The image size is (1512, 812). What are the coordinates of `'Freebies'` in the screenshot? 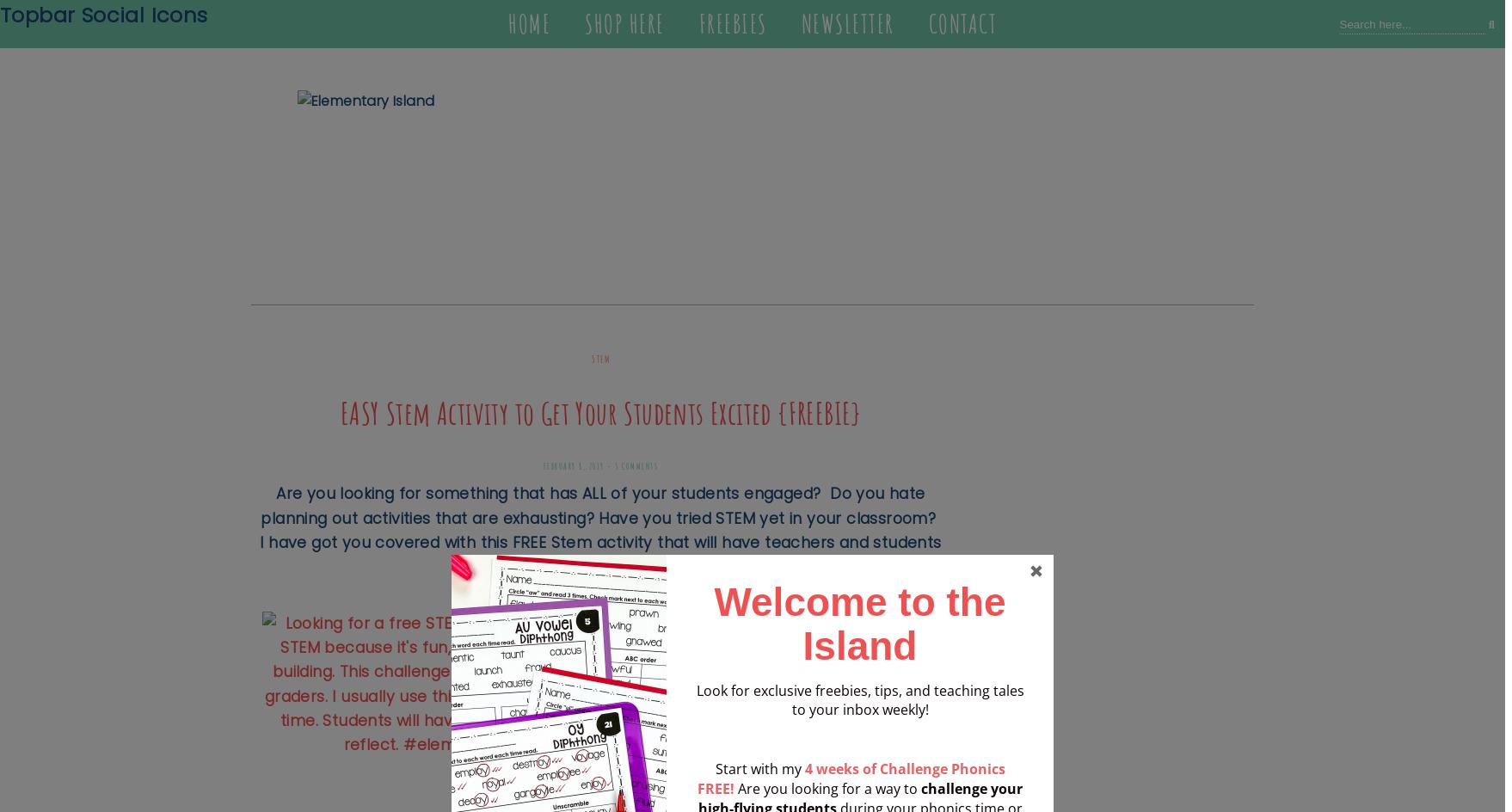 It's located at (731, 23).